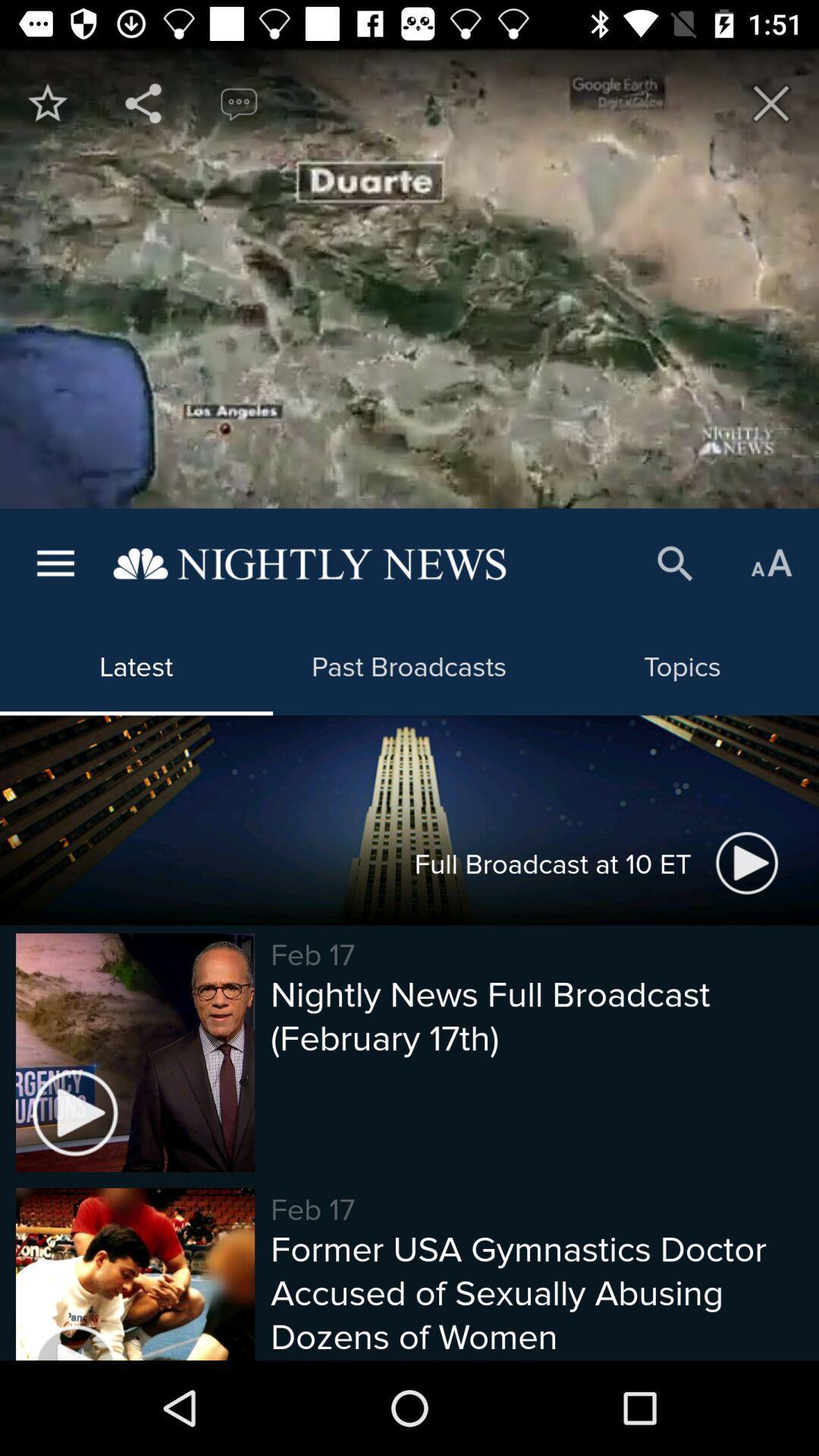 Image resolution: width=819 pixels, height=1456 pixels. What do you see at coordinates (46, 102) in the screenshot?
I see `to star` at bounding box center [46, 102].